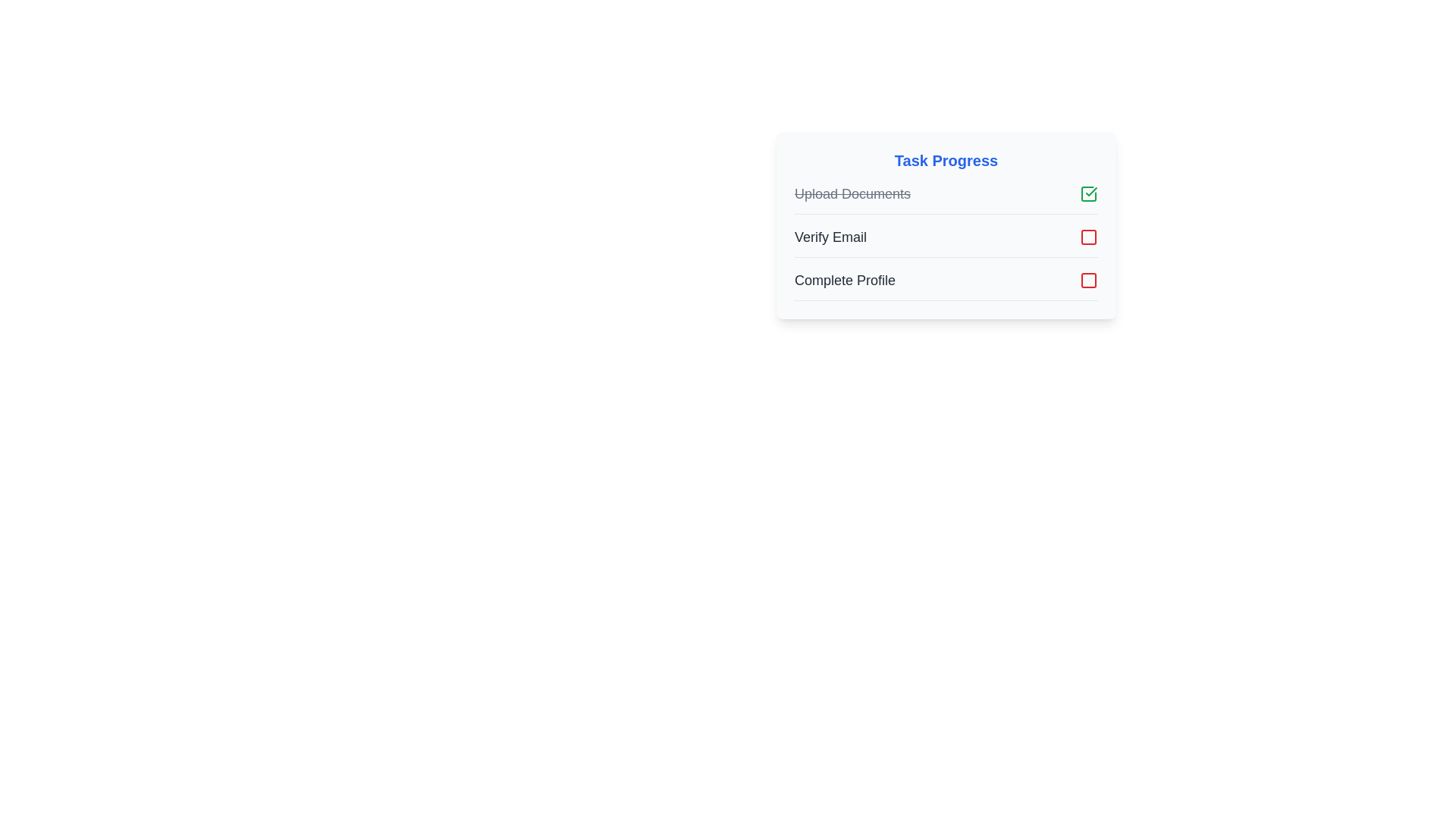 This screenshot has width=1456, height=819. Describe the element at coordinates (946, 161) in the screenshot. I see `the 'Task Progress' text label, which is displayed in bold, extra-large blue font at the top of a white rounded rectangle card` at that location.